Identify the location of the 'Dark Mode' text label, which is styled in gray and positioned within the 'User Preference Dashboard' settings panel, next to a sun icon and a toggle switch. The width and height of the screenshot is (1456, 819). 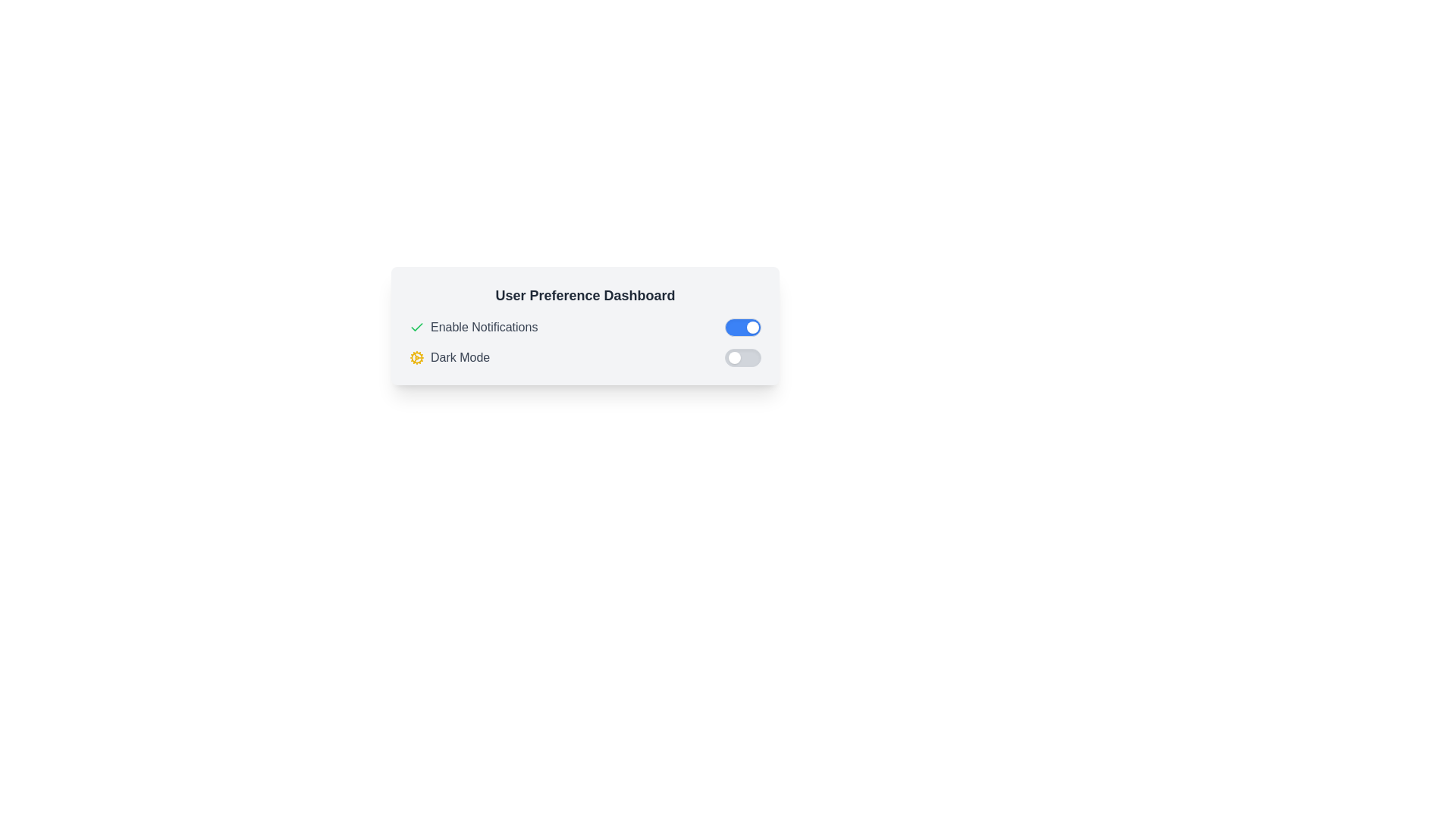
(460, 357).